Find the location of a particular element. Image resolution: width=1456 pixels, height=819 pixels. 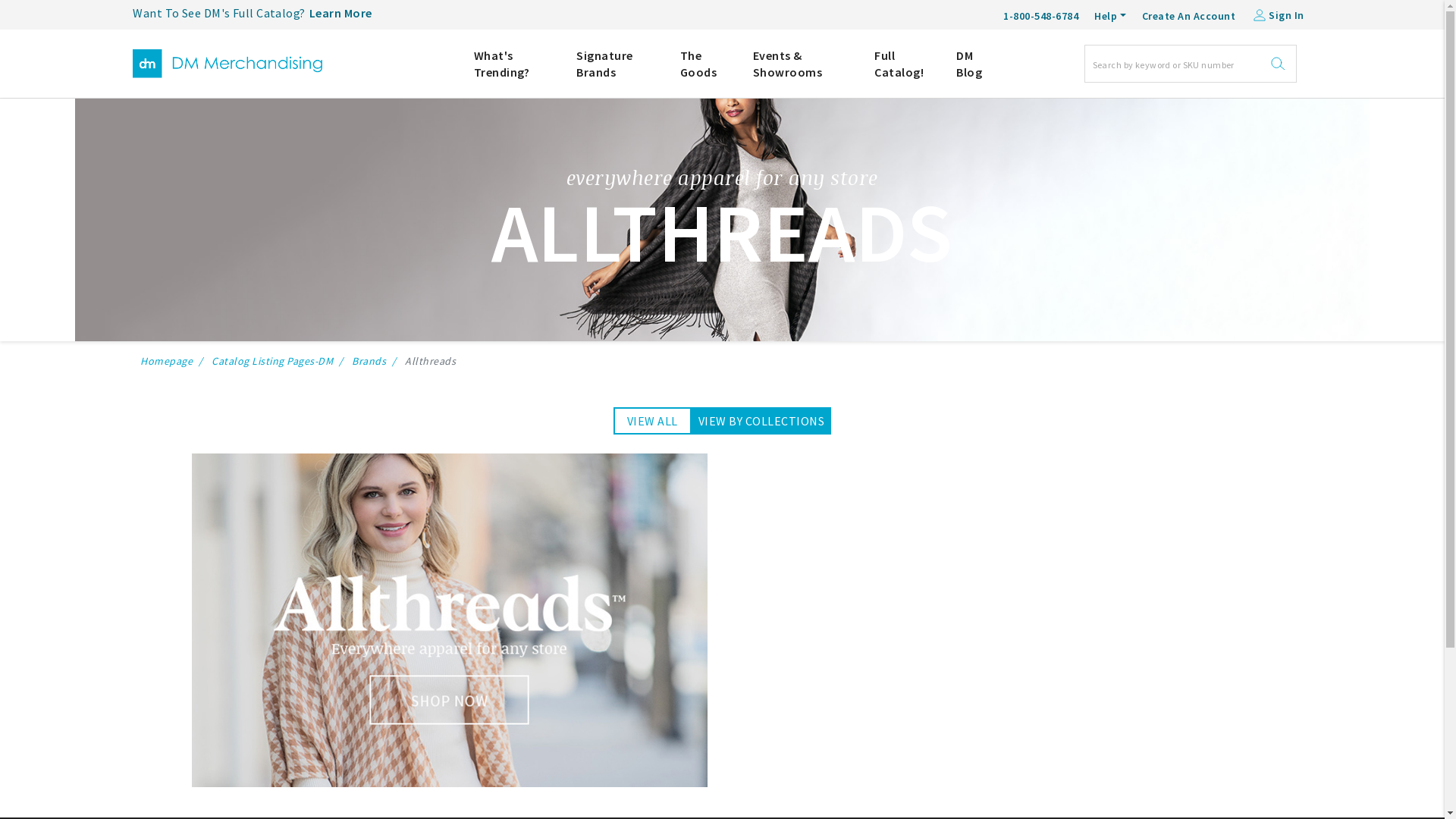

'The Goods' is located at coordinates (704, 63).